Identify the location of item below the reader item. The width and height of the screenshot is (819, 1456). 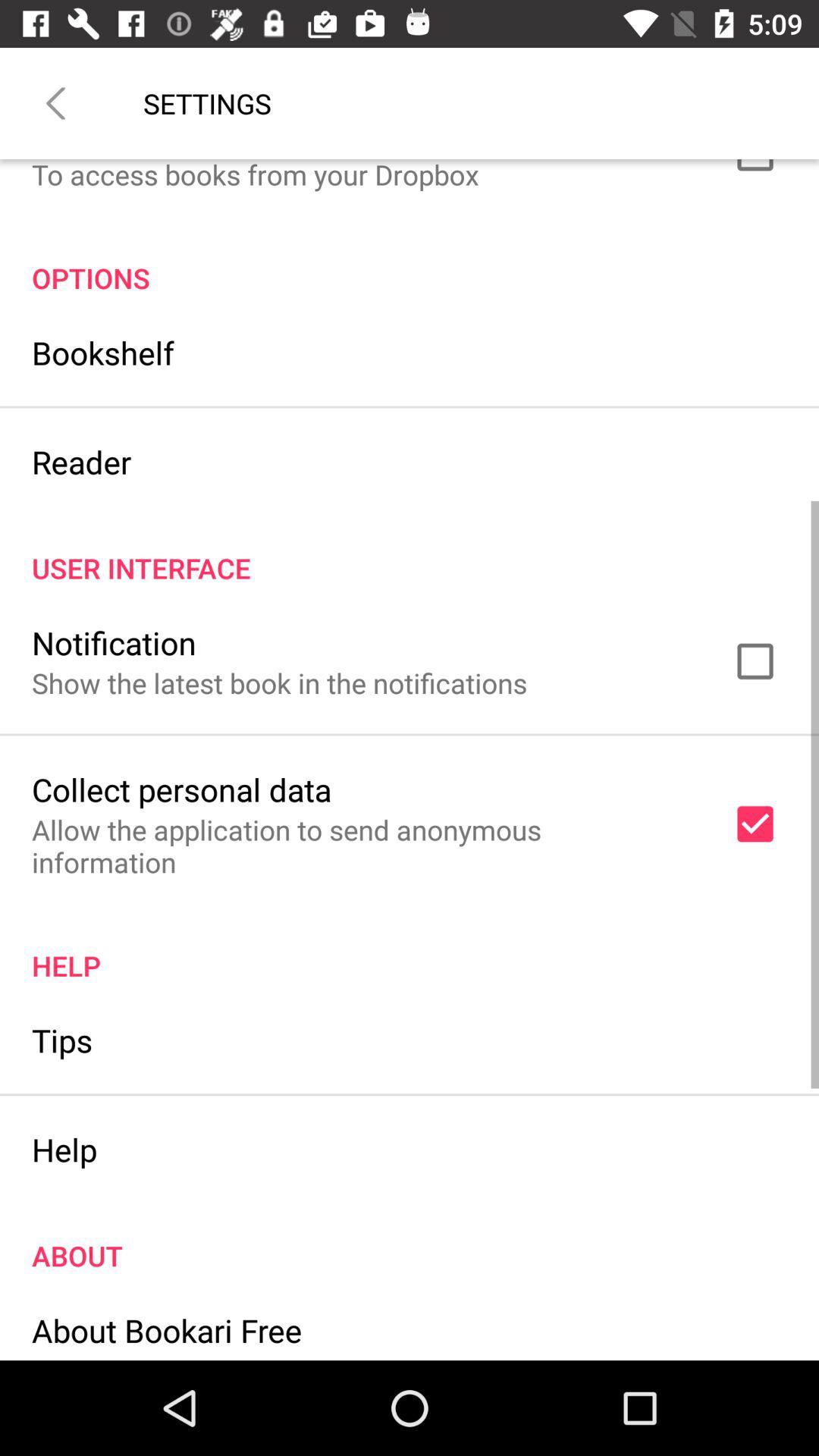
(409, 551).